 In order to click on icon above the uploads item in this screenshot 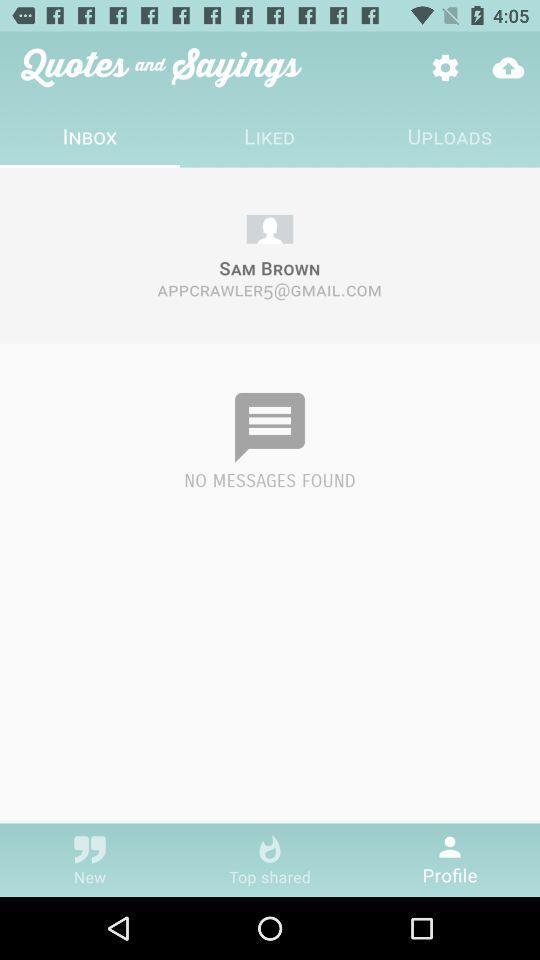, I will do `click(445, 67)`.